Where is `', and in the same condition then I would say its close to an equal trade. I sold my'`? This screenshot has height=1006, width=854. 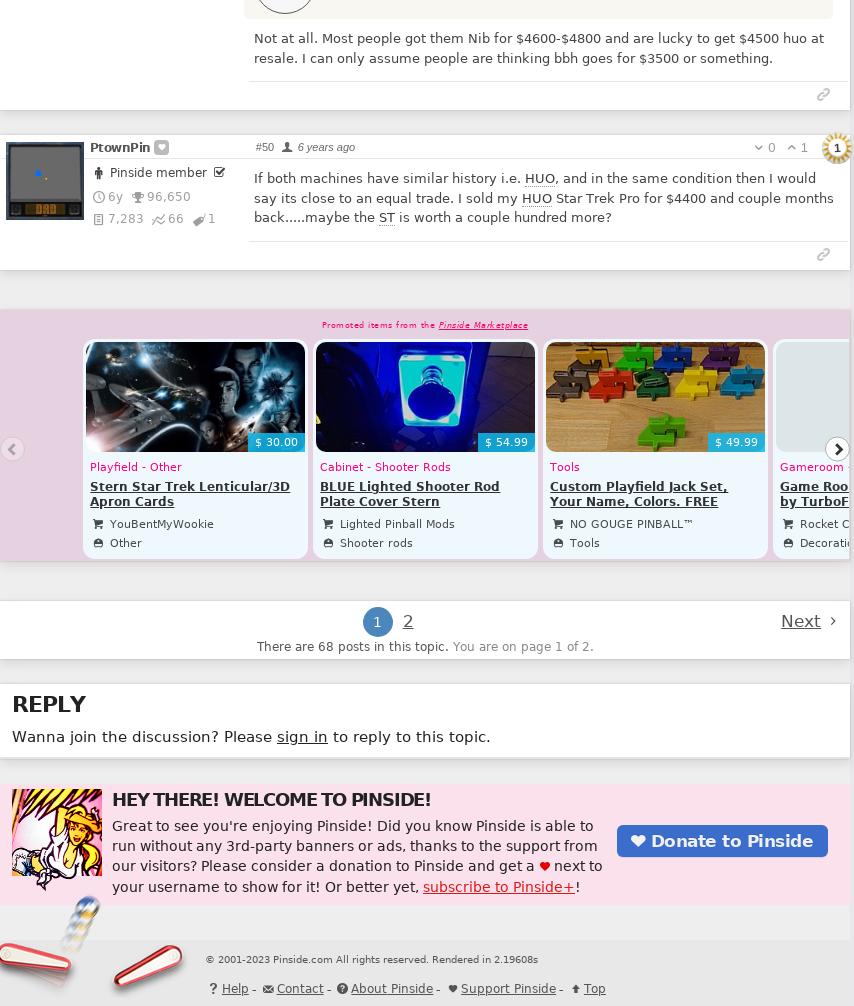
', and in the same condition then I would say its close to an equal trade. I sold my' is located at coordinates (534, 188).